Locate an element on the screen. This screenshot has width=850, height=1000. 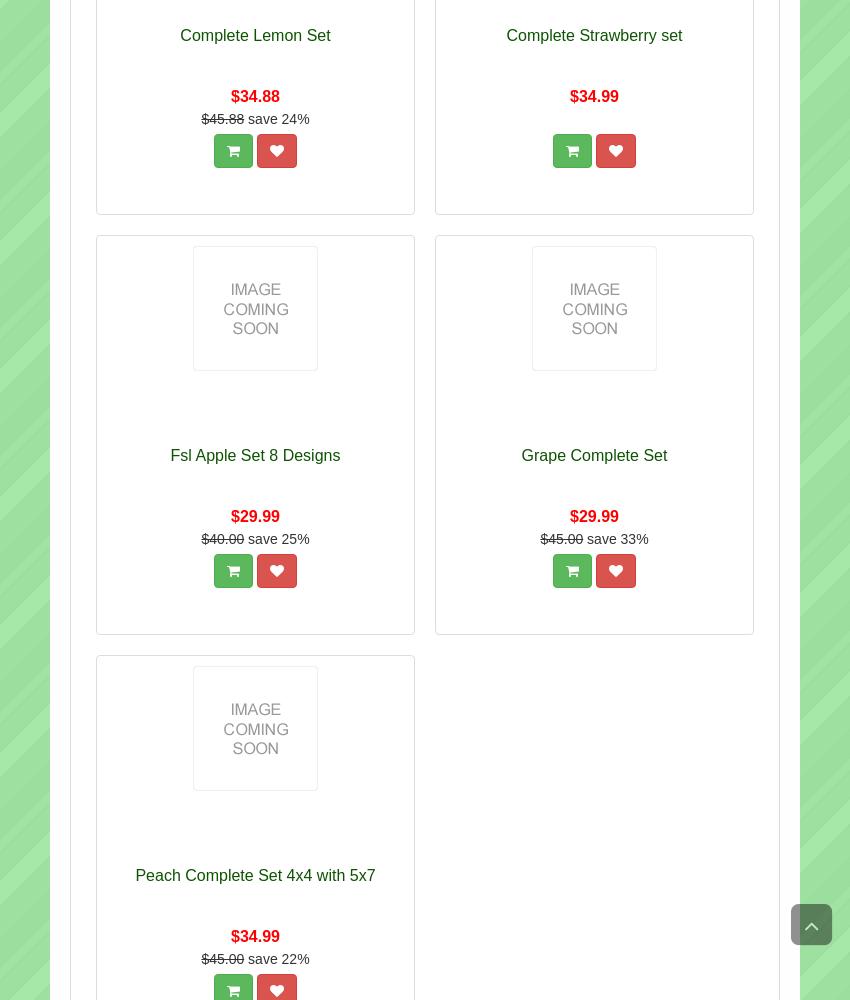
'Complete Lemon Set' is located at coordinates (255, 35).